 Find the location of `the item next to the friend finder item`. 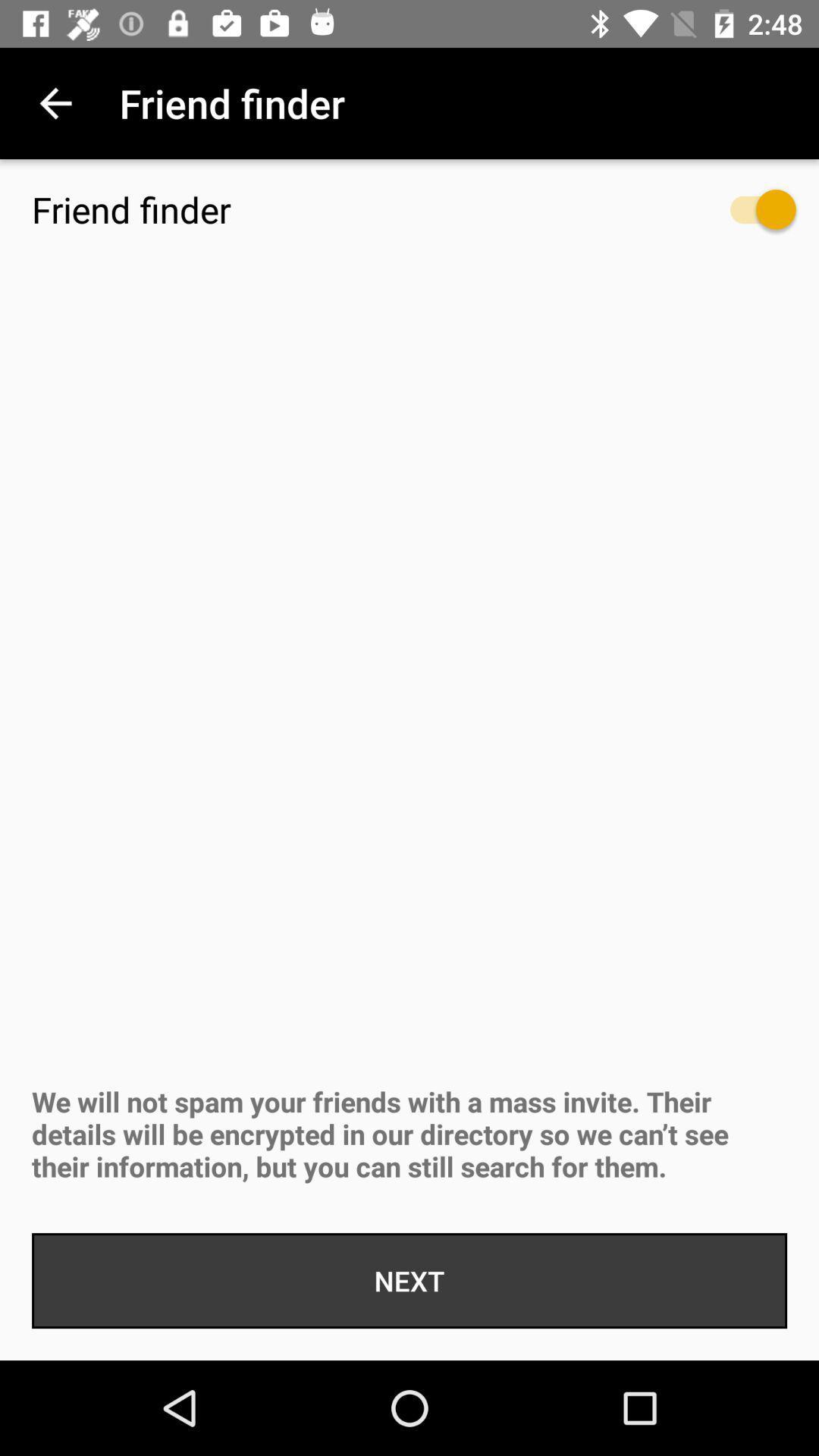

the item next to the friend finder item is located at coordinates (747, 216).